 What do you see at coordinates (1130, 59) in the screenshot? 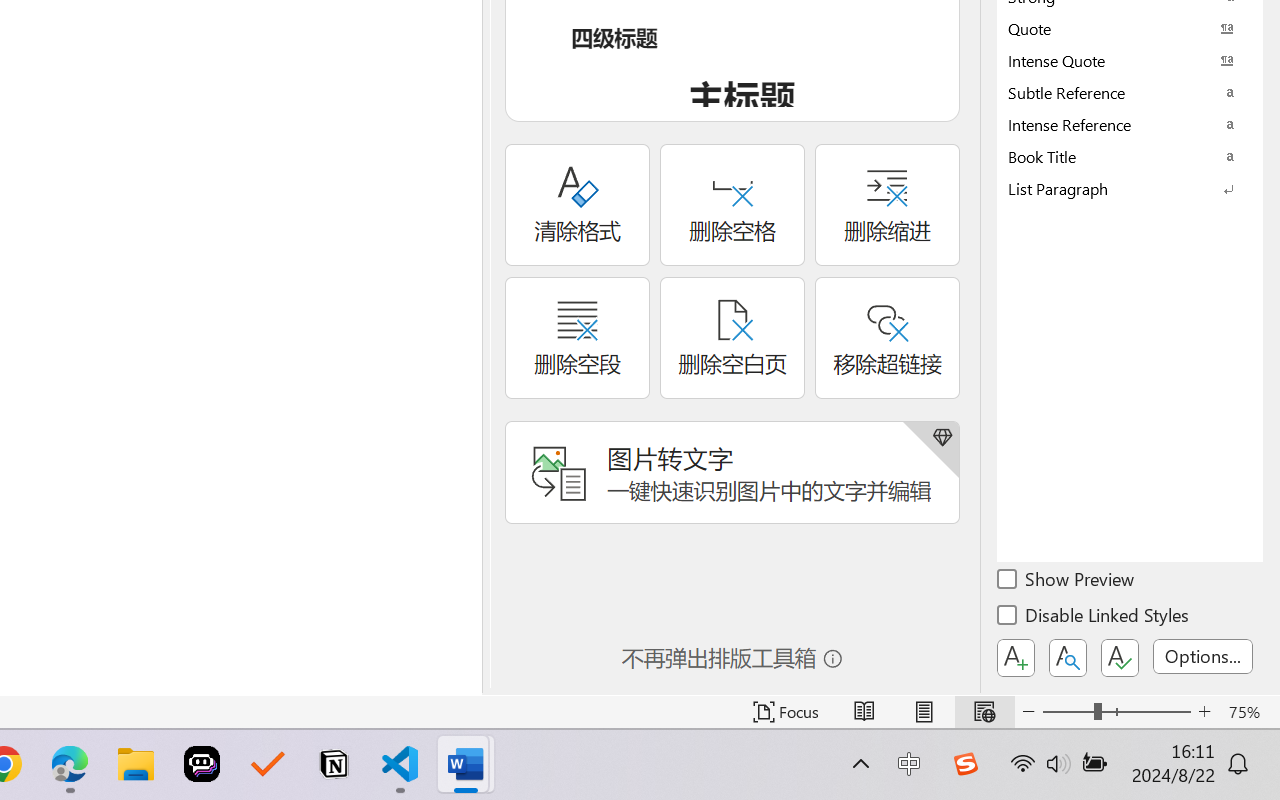
I see `'Intense Quote'` at bounding box center [1130, 59].